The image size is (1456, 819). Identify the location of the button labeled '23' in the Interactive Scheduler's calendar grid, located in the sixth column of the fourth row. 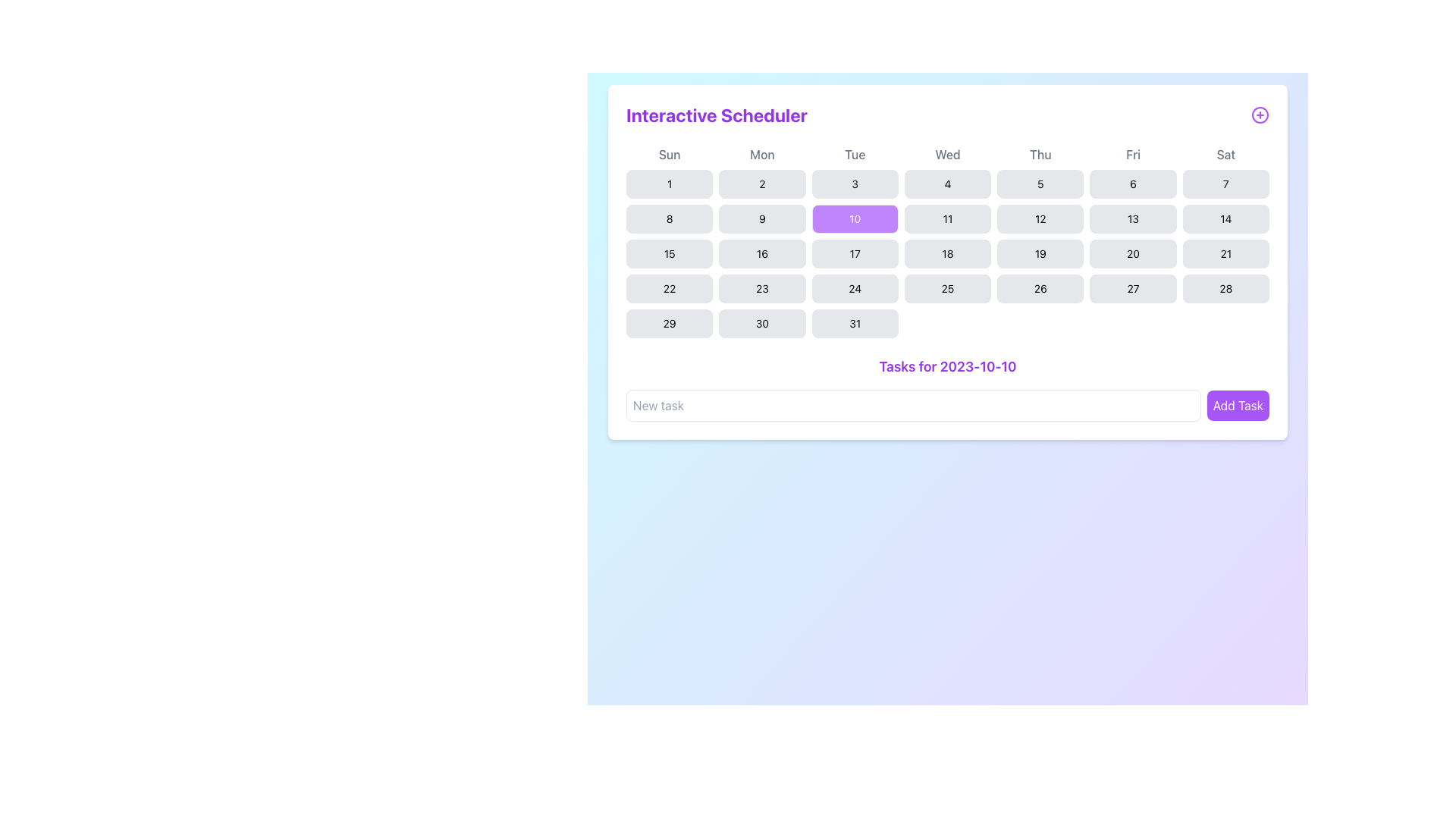
(762, 289).